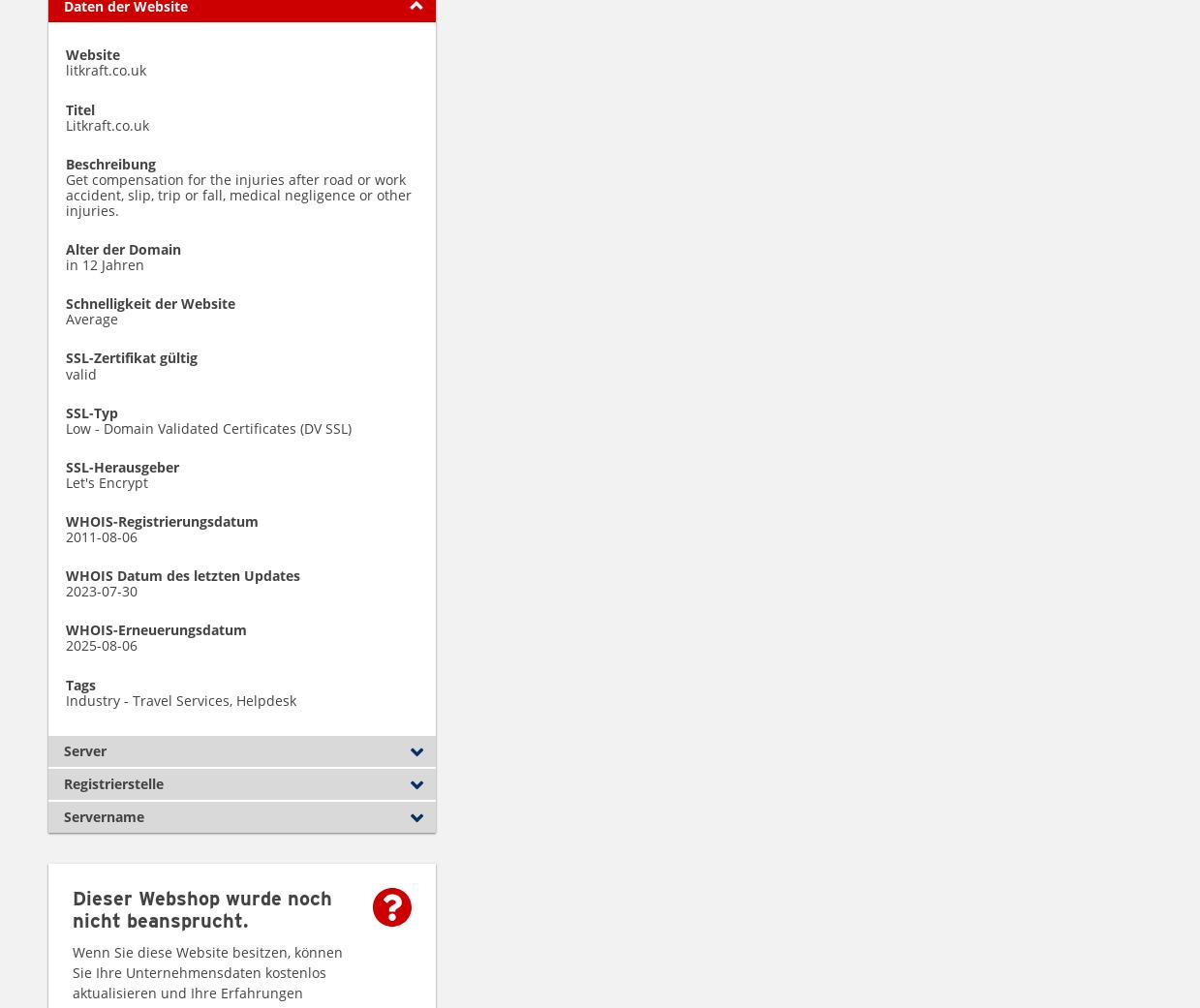 This screenshot has height=1008, width=1200. What do you see at coordinates (79, 108) in the screenshot?
I see `'Titel'` at bounding box center [79, 108].